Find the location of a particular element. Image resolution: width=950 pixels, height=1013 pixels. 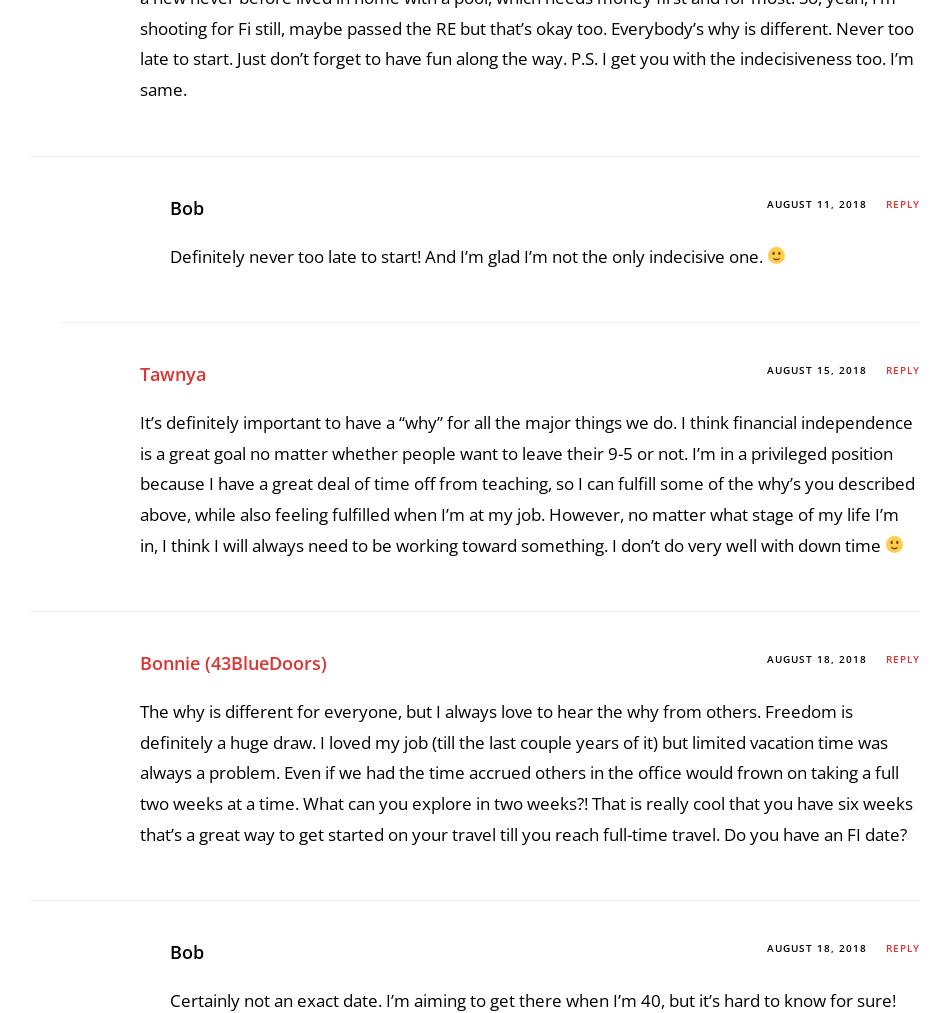

'Another great post, Bob.  My Why of Fi is wanderlust, I do want to see more of the world, and to have a new never before lived in home with a pool, which needs money first and for most.  So, yeah, I’m shooting for Fi still, maybe passed the RE but that’s okay too.  Everybody’s why is different.  Never too late to start.  Just don’t forget to have fun along the way.    P.S.  I get you with the indecisiveness too. I’m same.' is located at coordinates (527, 590).